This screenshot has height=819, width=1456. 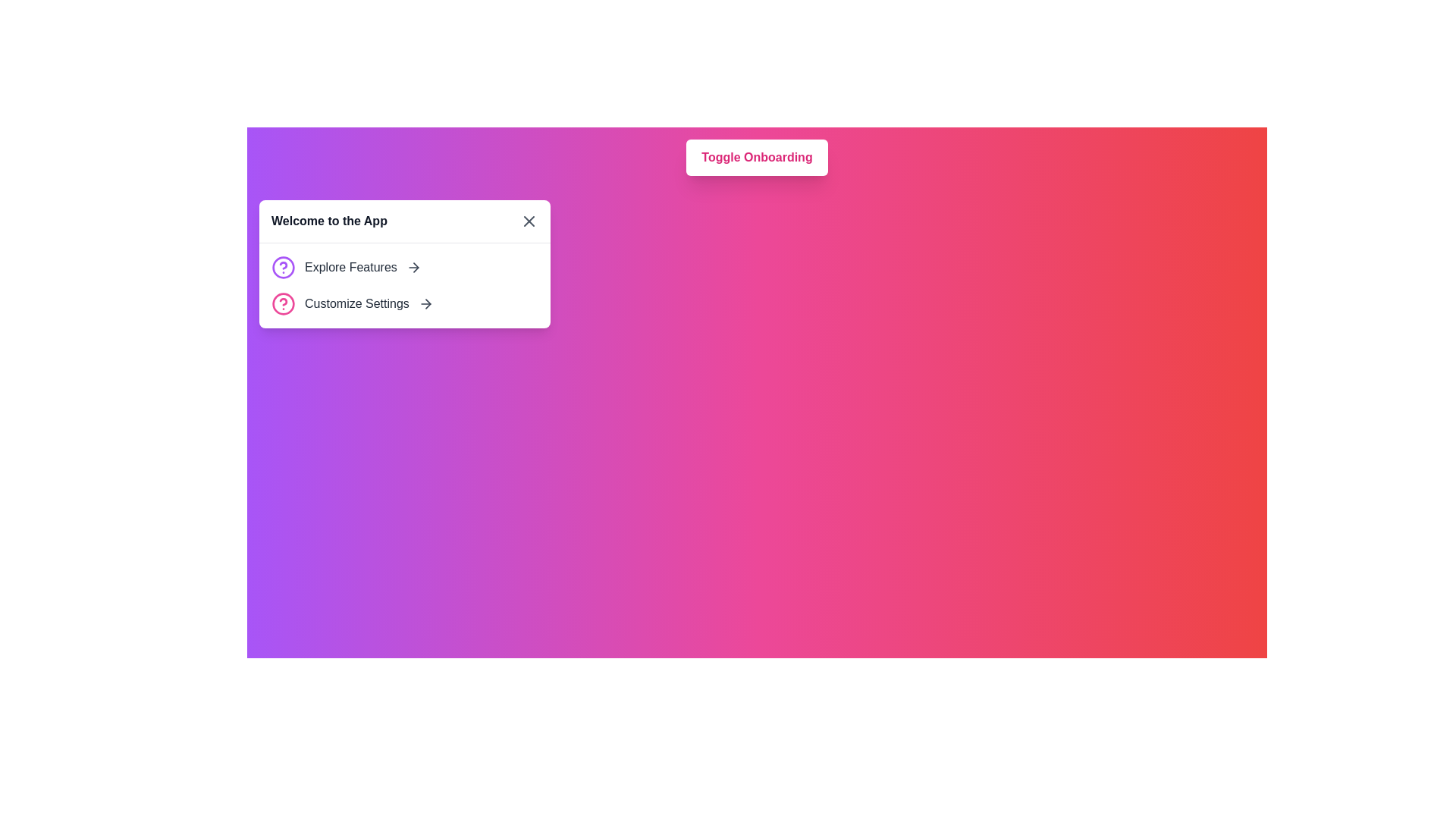 What do you see at coordinates (529, 221) in the screenshot?
I see `the cross ('X') icon button located at the top-right of the 'Welcome to the App' card` at bounding box center [529, 221].